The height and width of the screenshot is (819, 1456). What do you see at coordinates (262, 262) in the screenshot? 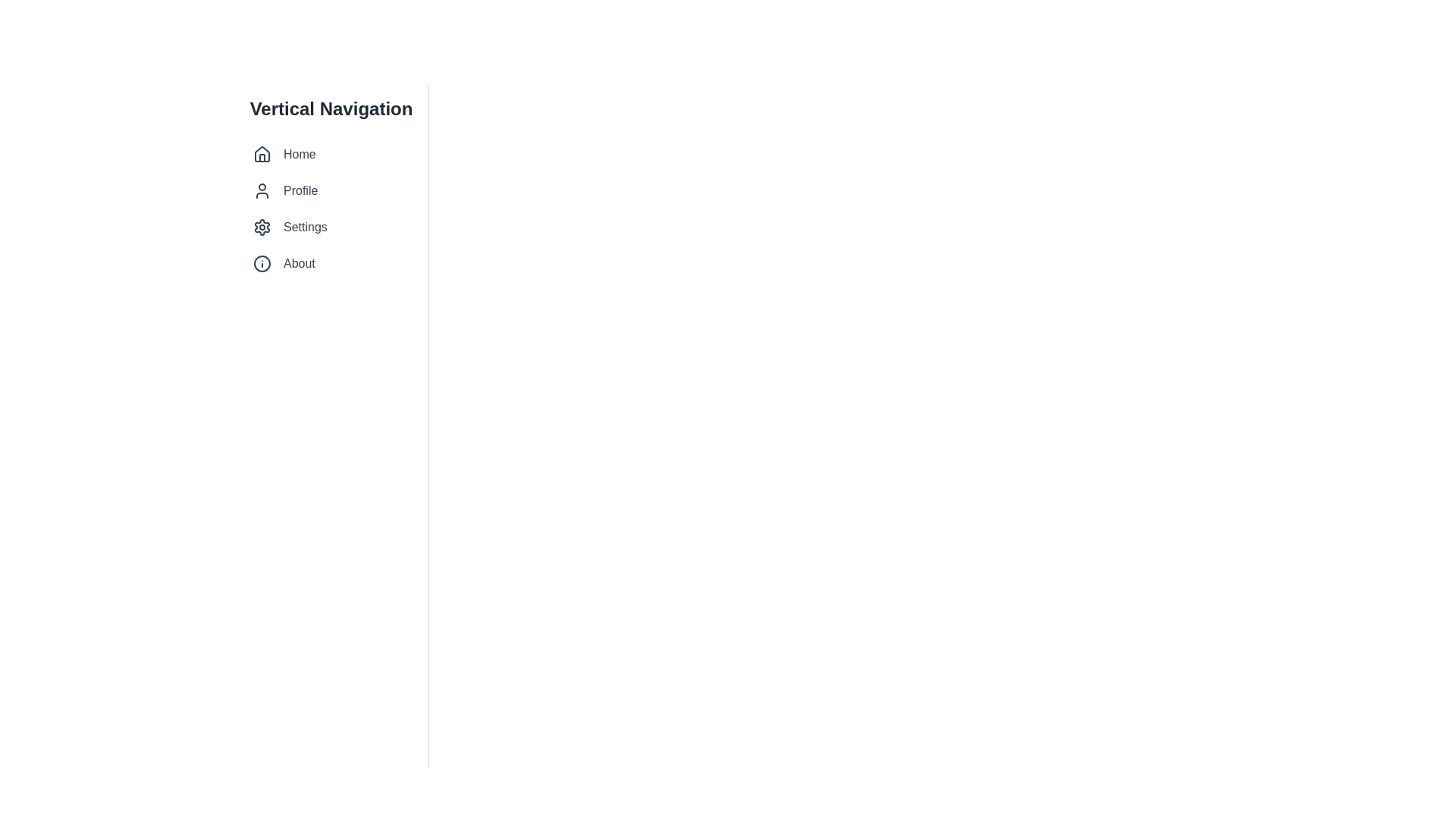
I see `the decorative graphical circle that is part of the 'About' icon in the vertical navigation menu` at bounding box center [262, 262].